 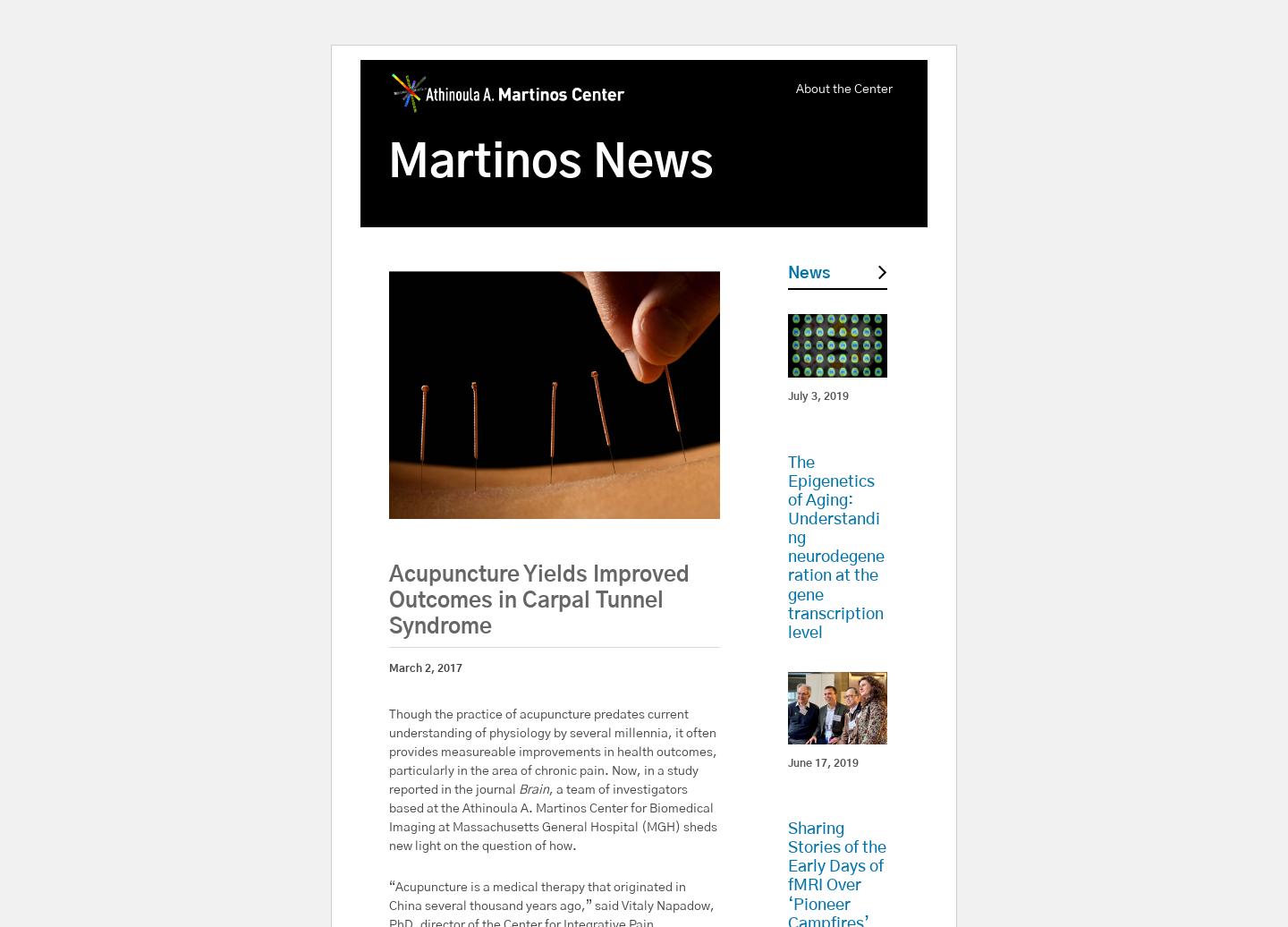 I want to click on 'Acupuncture Yields Improved Outcomes in Carpal Tunnel Syndrome', so click(x=538, y=600).